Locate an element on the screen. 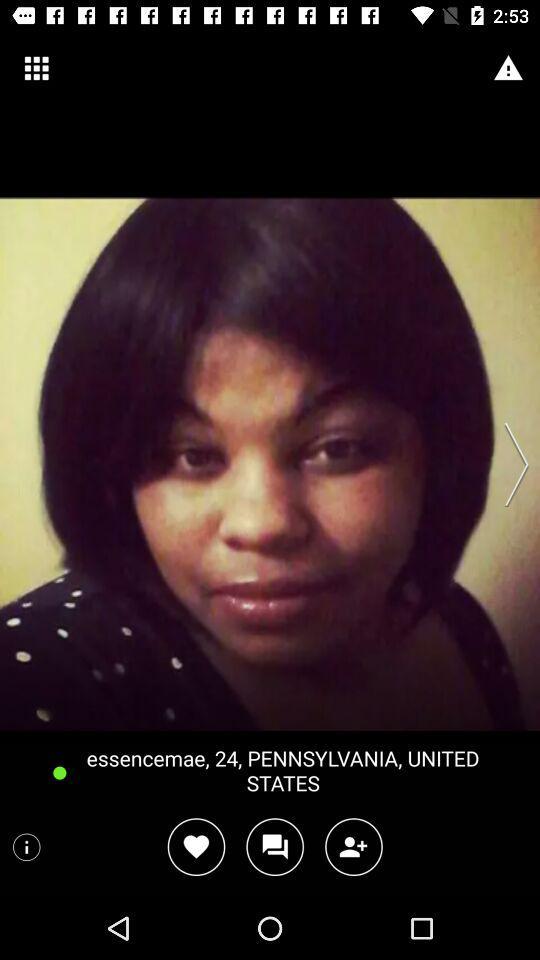  like this selfie is located at coordinates (196, 846).